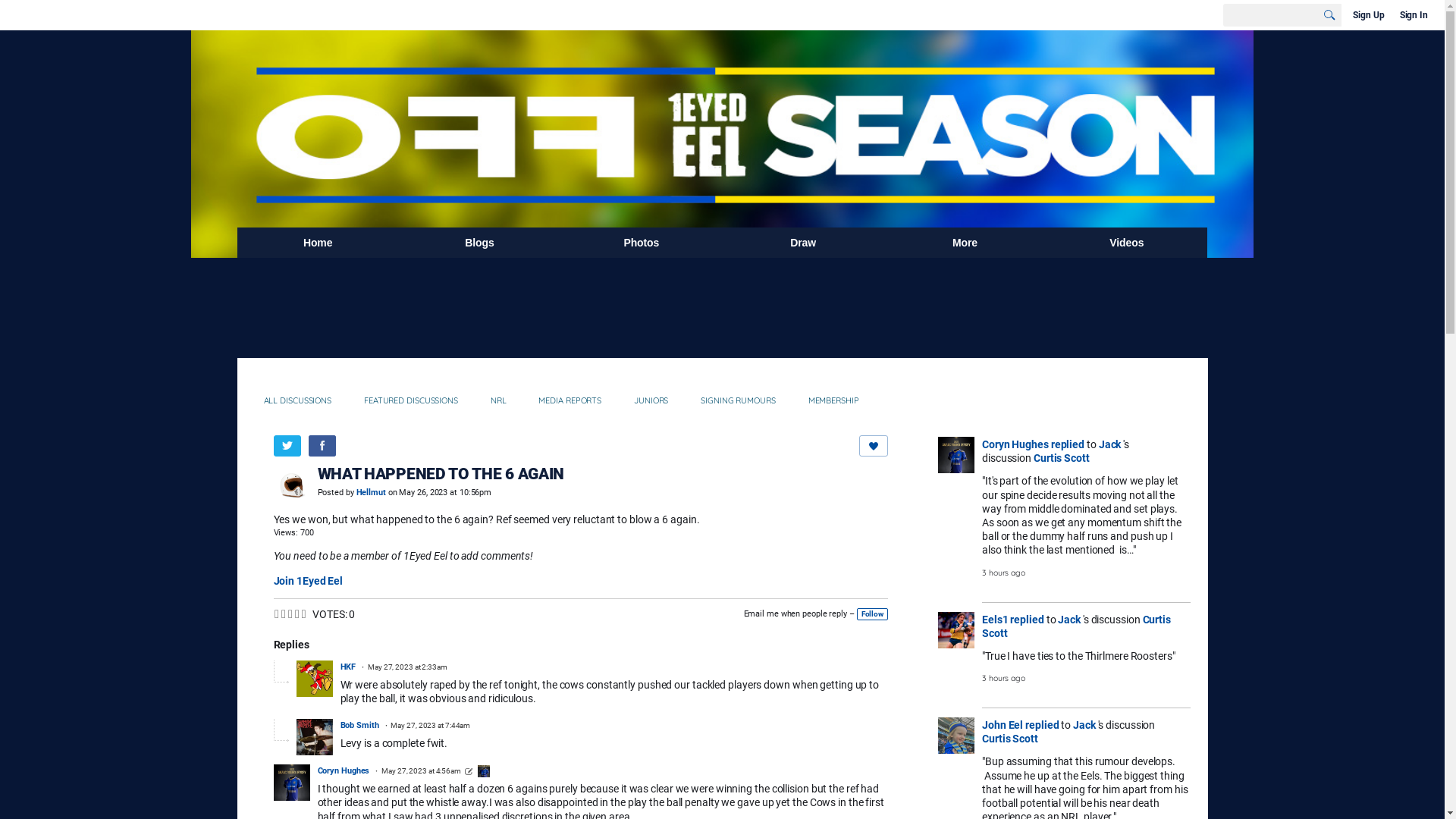 The height and width of the screenshot is (819, 1456). What do you see at coordinates (347, 666) in the screenshot?
I see `'HKF'` at bounding box center [347, 666].